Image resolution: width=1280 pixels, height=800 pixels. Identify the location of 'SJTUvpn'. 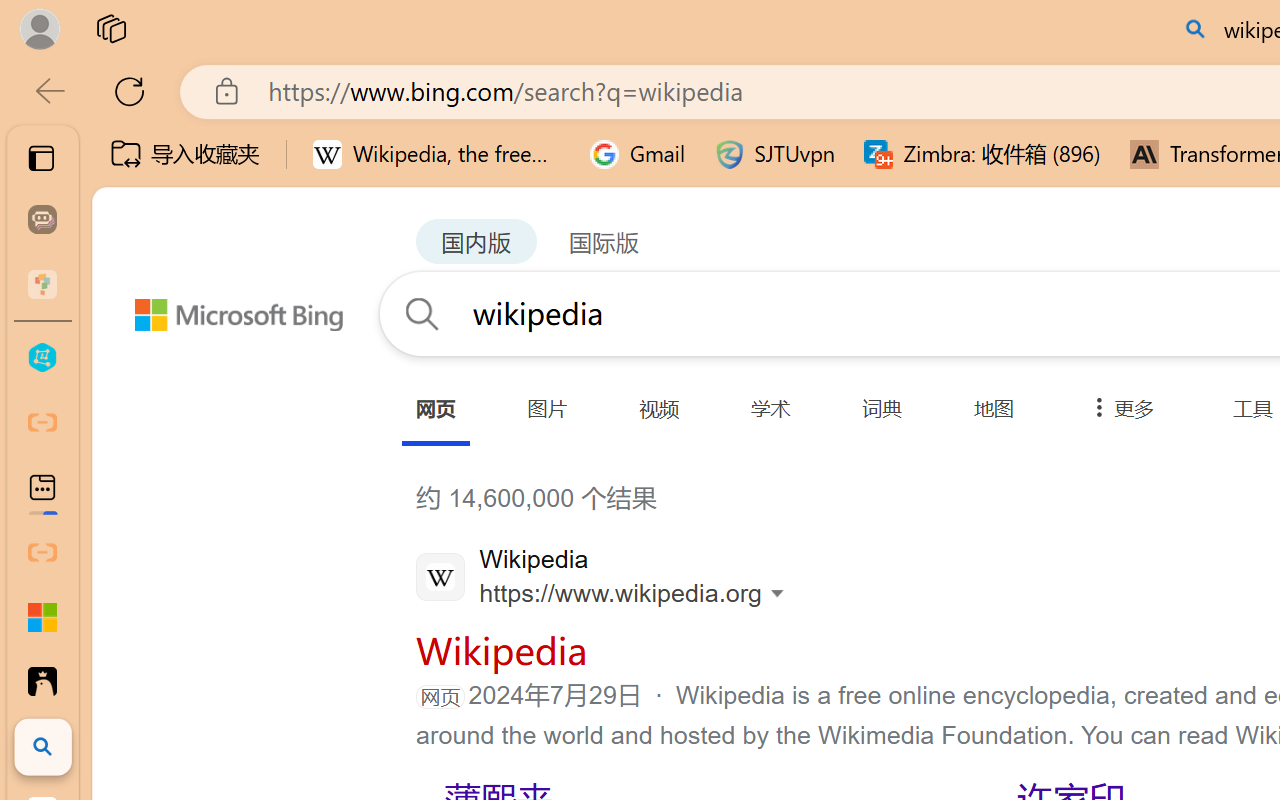
(773, 154).